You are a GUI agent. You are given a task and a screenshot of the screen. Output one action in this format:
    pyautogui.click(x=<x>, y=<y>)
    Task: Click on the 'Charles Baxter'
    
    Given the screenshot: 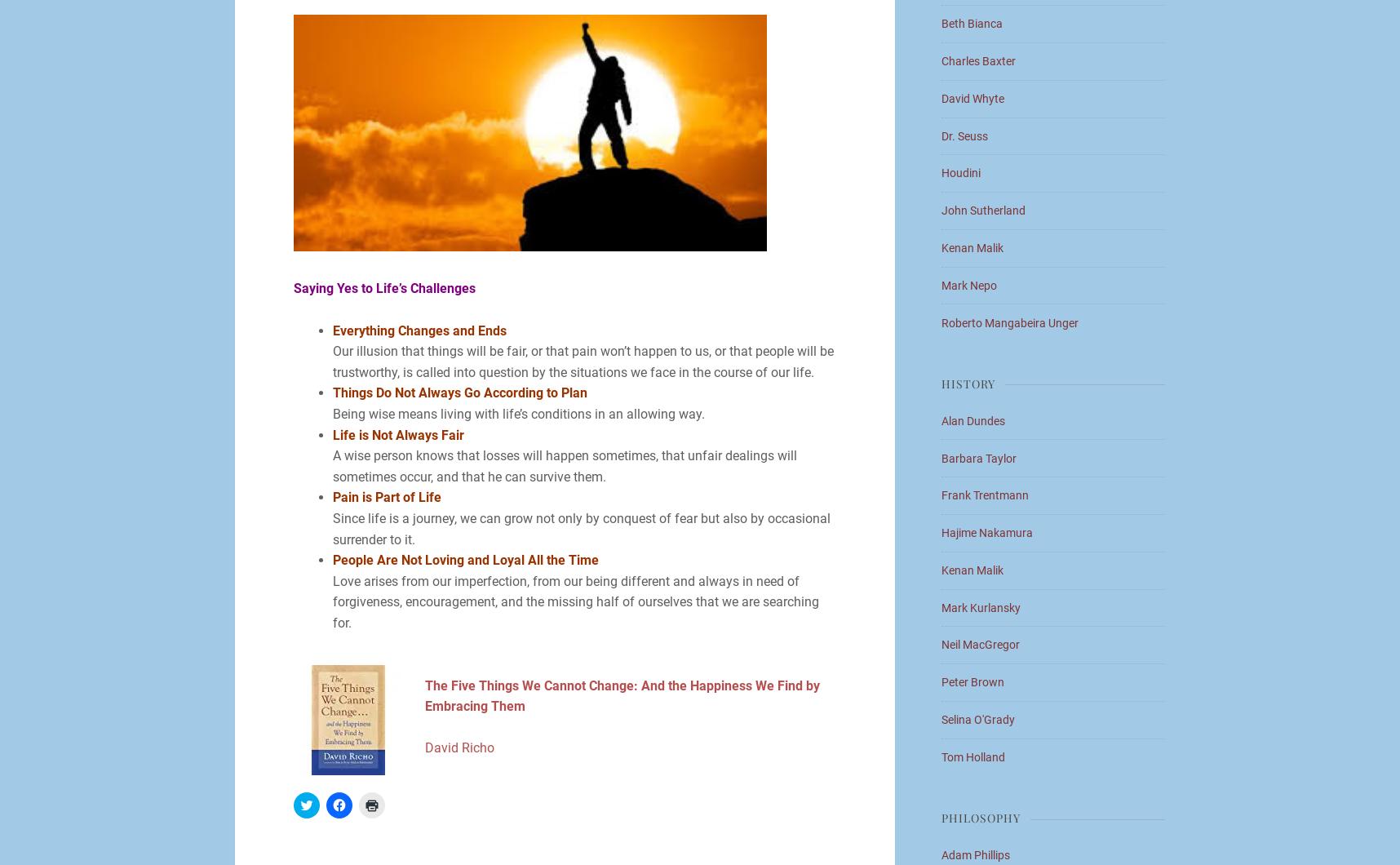 What is the action you would take?
    pyautogui.click(x=978, y=61)
    